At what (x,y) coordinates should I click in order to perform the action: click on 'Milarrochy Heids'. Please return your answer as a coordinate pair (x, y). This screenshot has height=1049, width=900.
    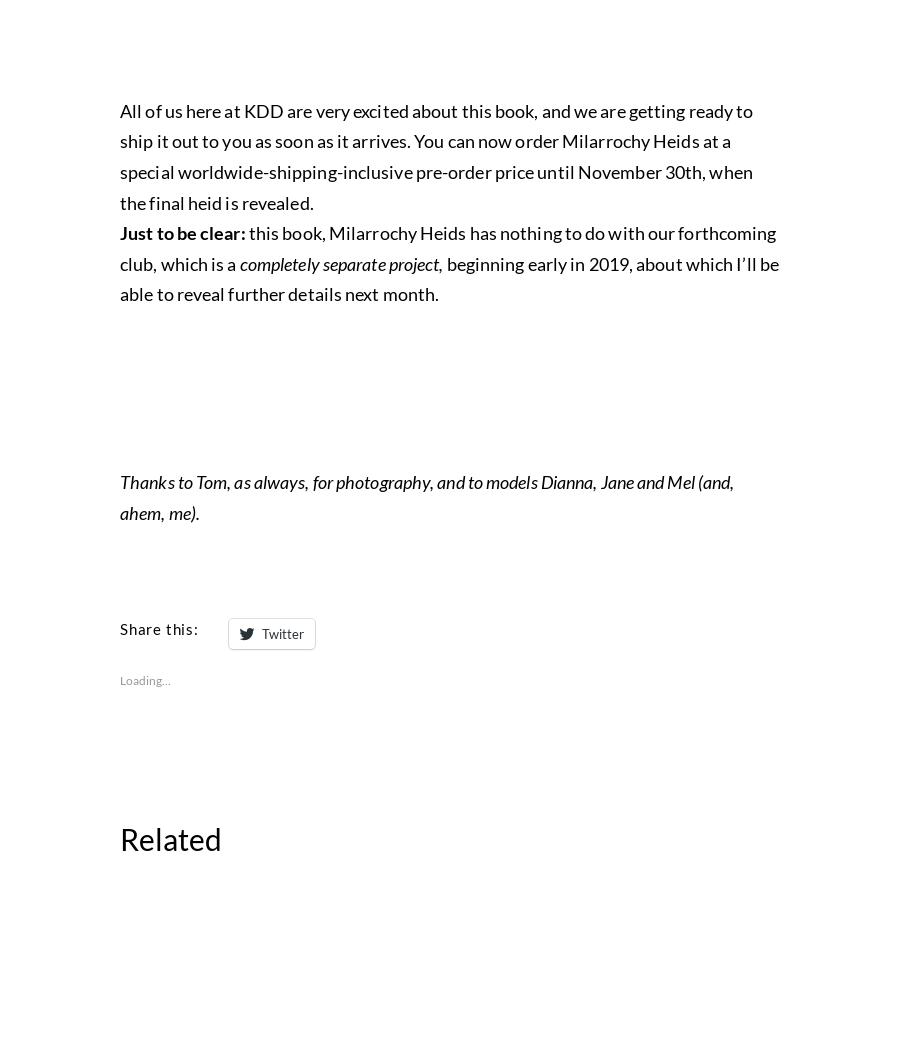
    Looking at the image, I should click on (396, 670).